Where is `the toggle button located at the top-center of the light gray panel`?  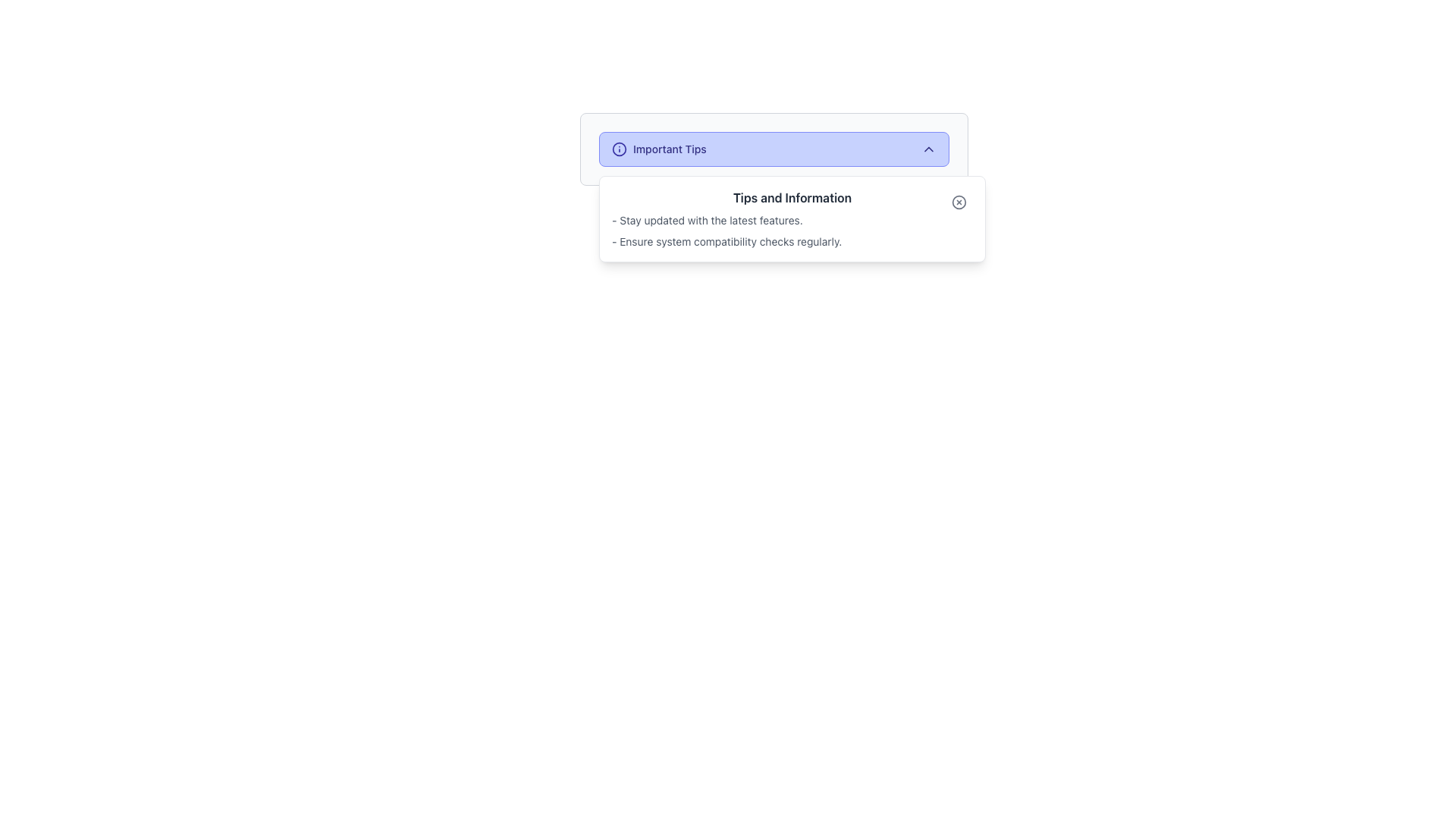
the toggle button located at the top-center of the light gray panel is located at coordinates (774, 149).